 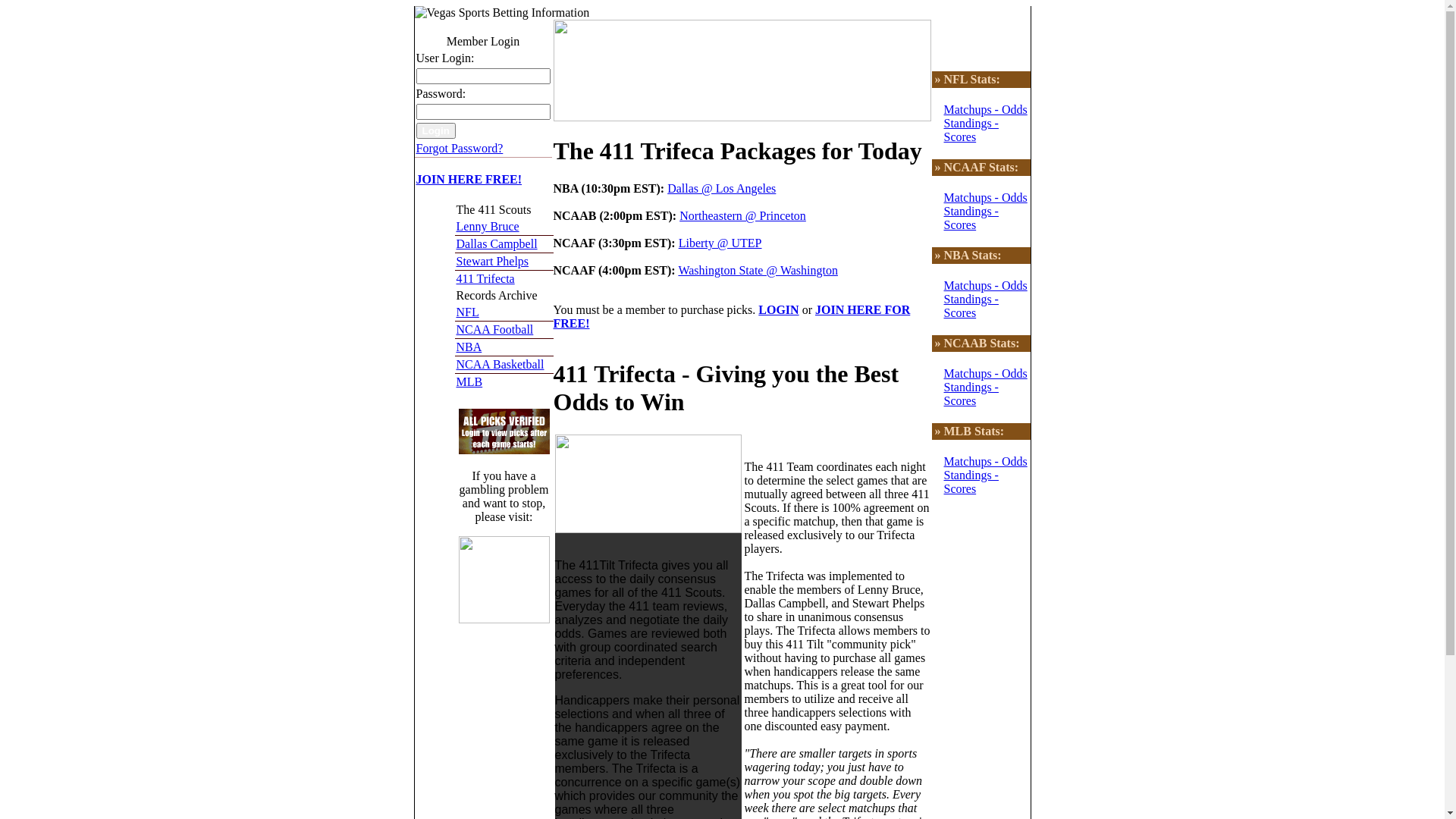 I want to click on 'JOIN HERE FREE!', so click(x=468, y=185).